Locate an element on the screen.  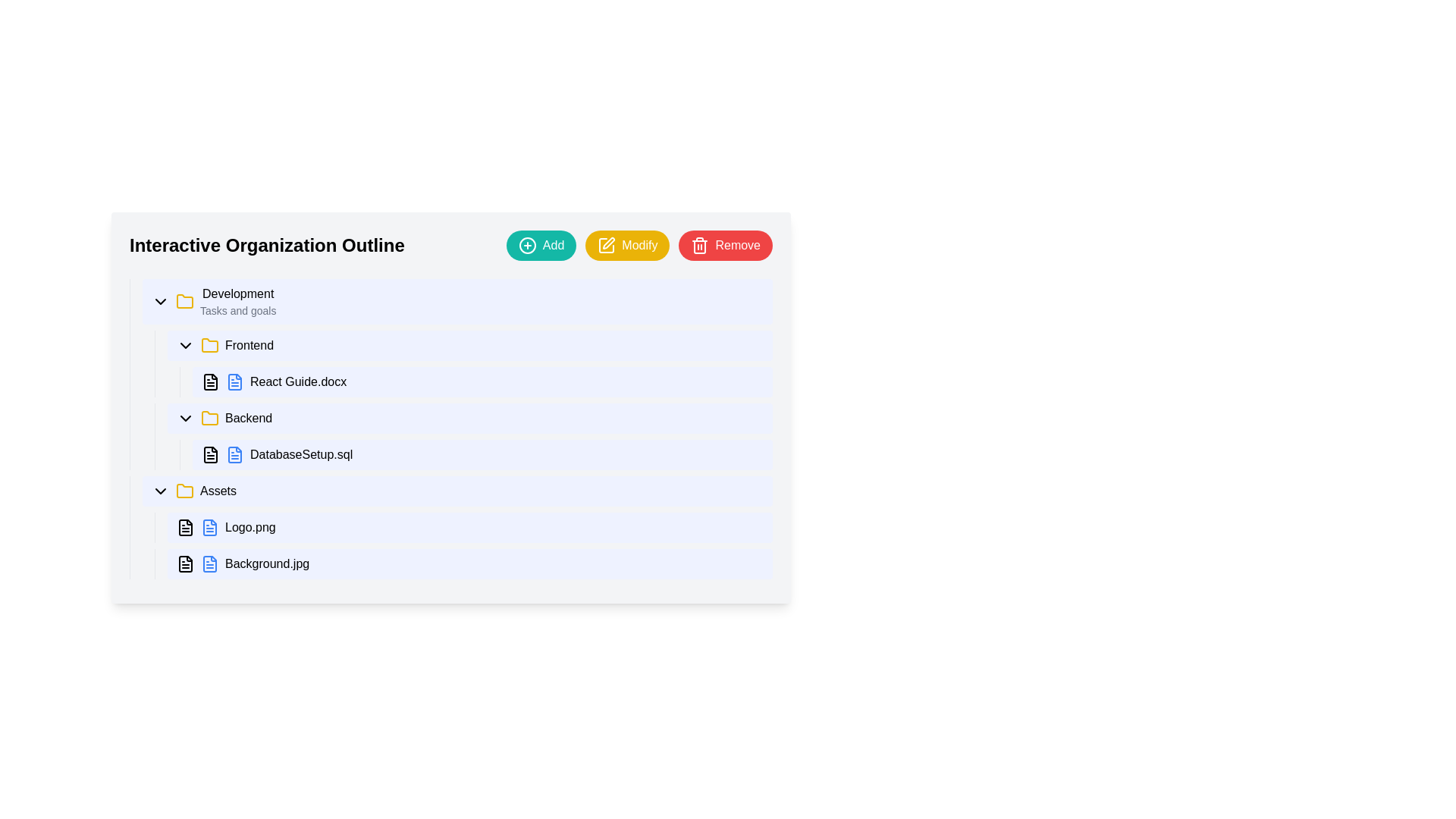
the pen icon within the 'Modify' button, which has a yellow background and is located to the left of the 'Modify' label is located at coordinates (607, 245).